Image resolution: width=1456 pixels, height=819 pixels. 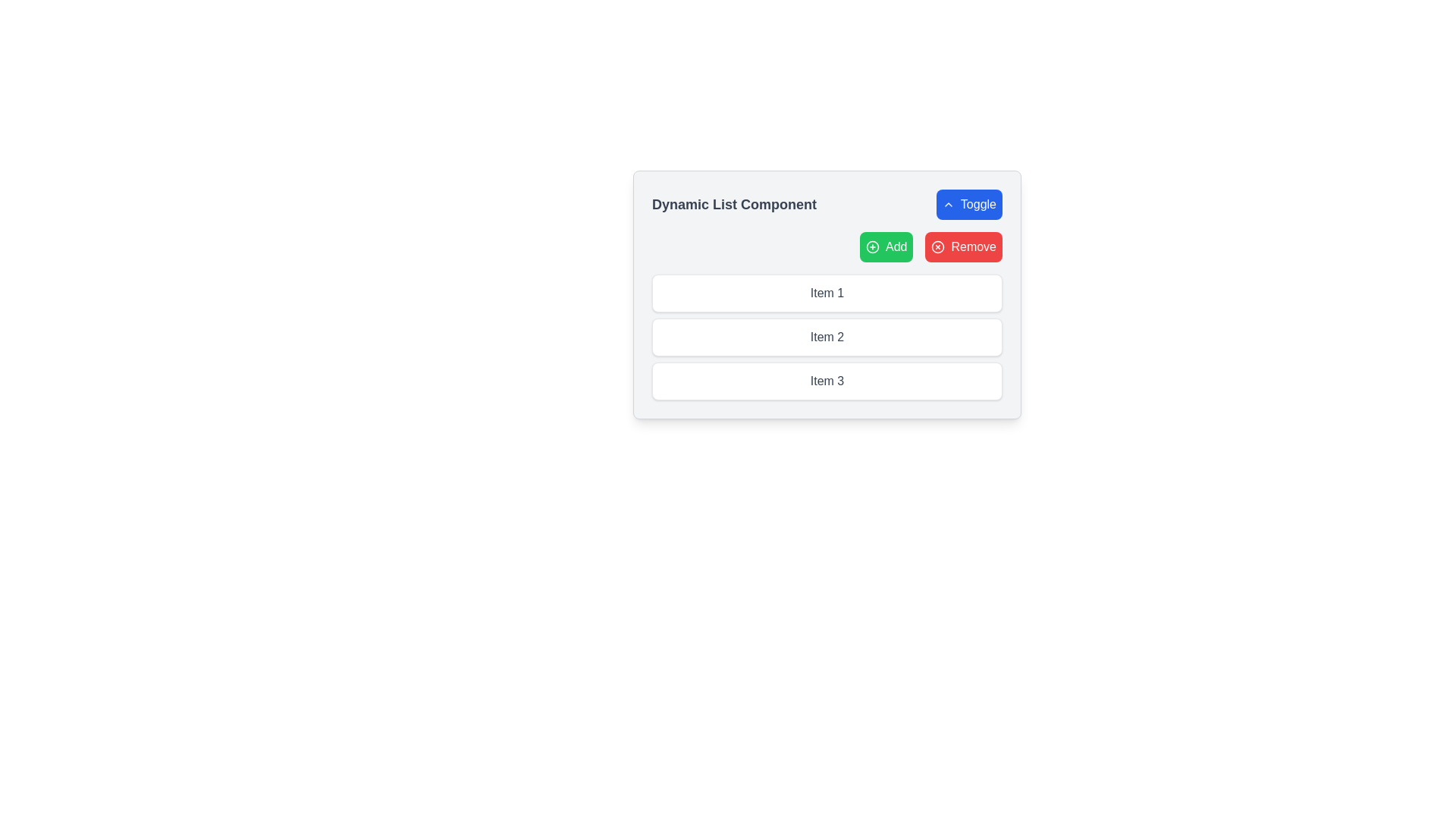 I want to click on the rectangular button with a white background, rounded corners, and the text 'Item 2' in gray color, which is the second item in a vertical list, so click(x=826, y=336).